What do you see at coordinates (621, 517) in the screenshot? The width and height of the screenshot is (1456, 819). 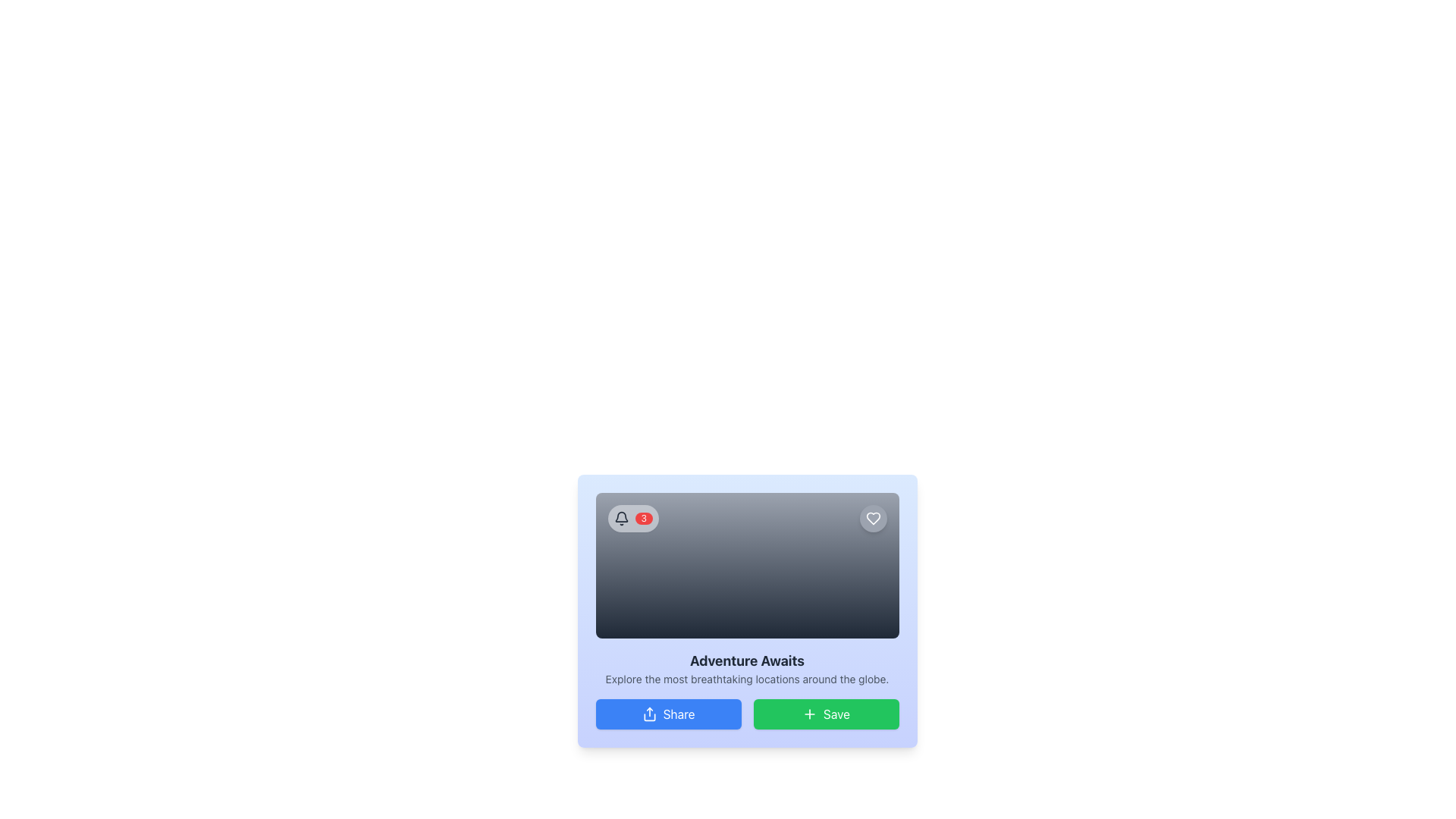 I see `the dark gray bell icon located in the notification badge area next to the red badge displaying the number '3'` at bounding box center [621, 517].